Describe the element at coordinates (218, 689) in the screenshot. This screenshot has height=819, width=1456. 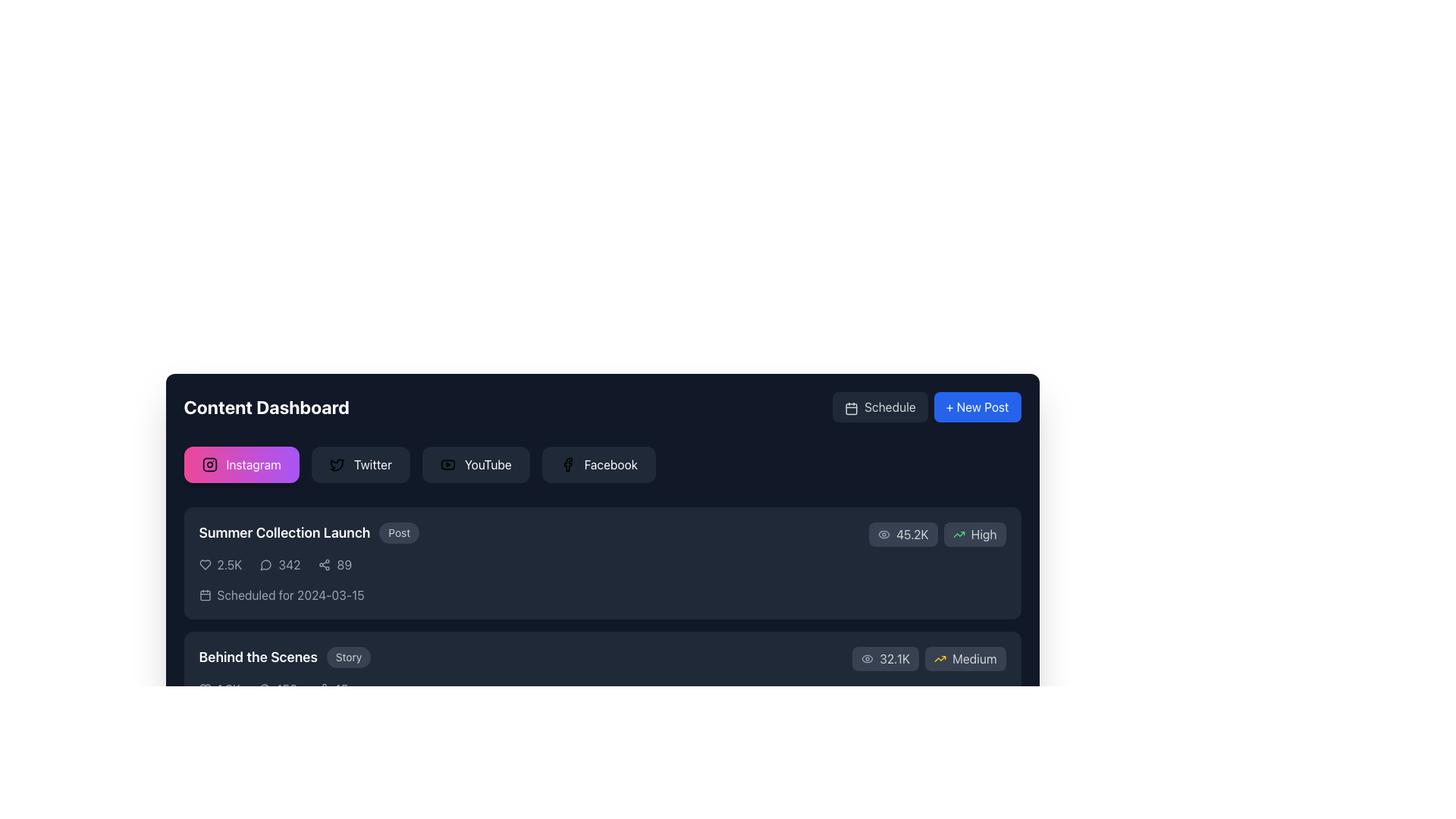
I see `text of the Statistical badge indicating the number of likes for the content labeled 'Behind the Scenes', located in the 'Content Dashboard' section` at that location.